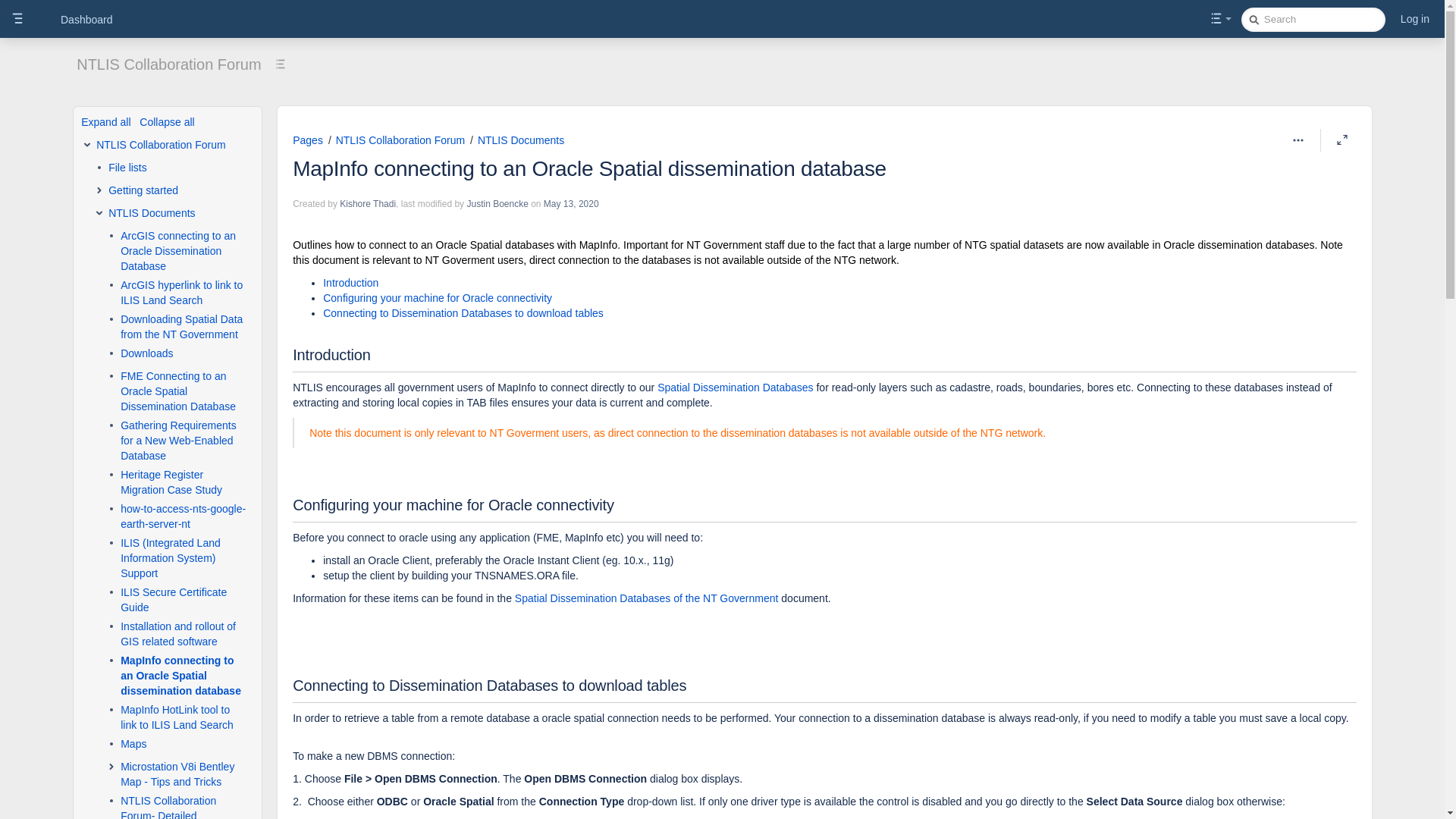 This screenshot has width=1456, height=819. Describe the element at coordinates (167, 121) in the screenshot. I see `'Collapse all'` at that location.